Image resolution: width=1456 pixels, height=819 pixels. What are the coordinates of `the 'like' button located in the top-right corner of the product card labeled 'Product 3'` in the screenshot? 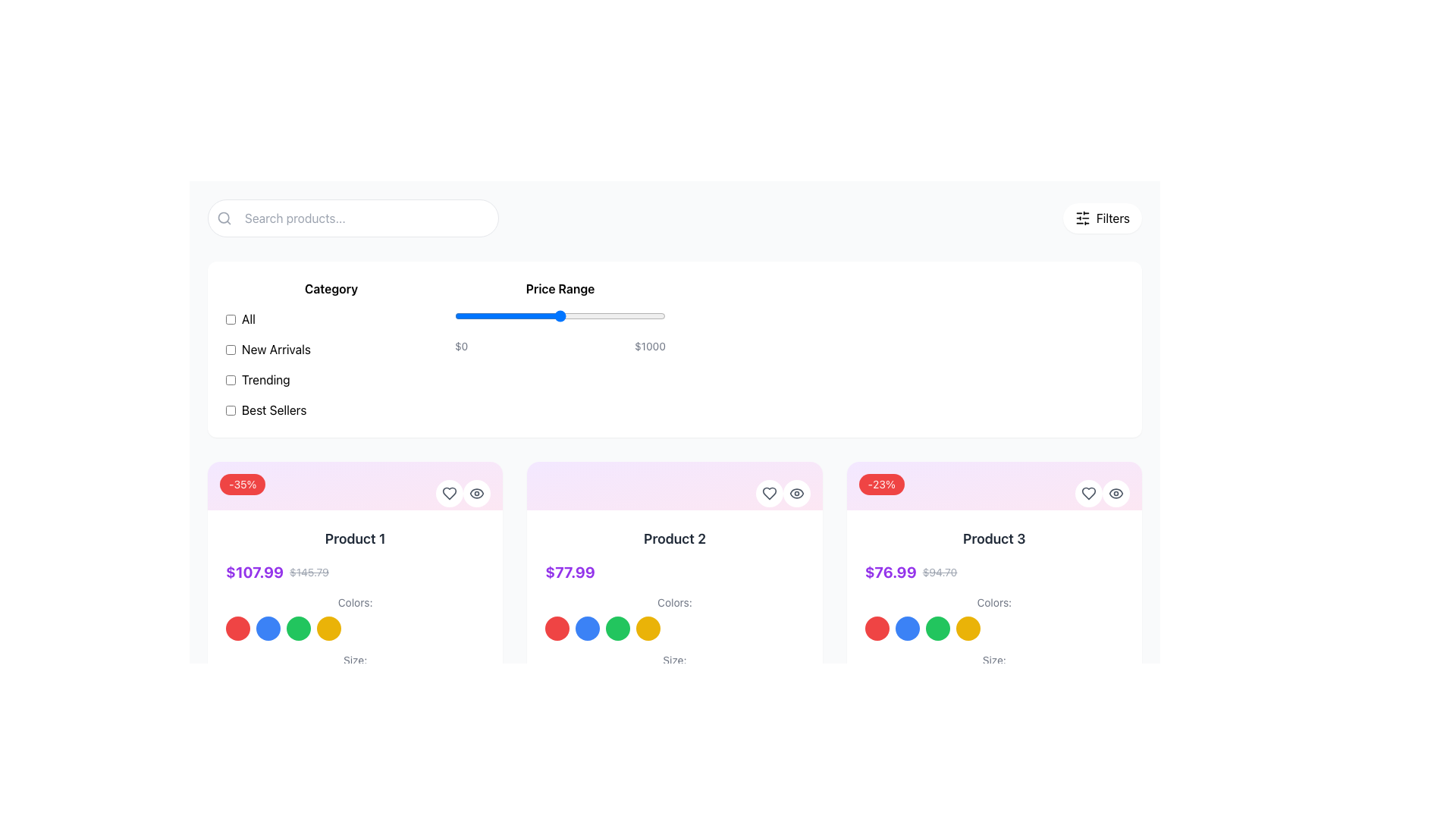 It's located at (1087, 494).